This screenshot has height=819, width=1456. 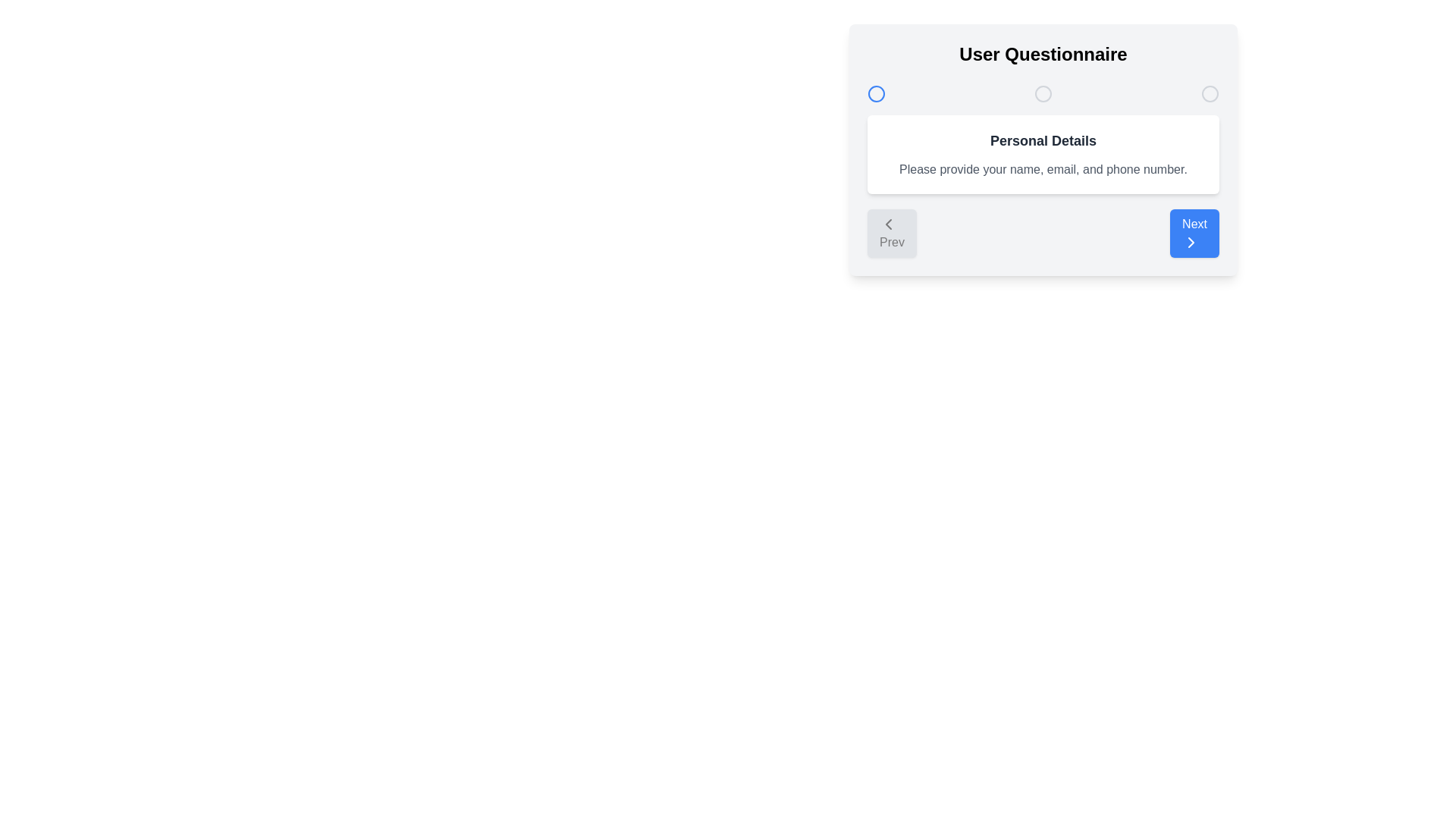 What do you see at coordinates (1043, 169) in the screenshot?
I see `the description text to interact with it` at bounding box center [1043, 169].